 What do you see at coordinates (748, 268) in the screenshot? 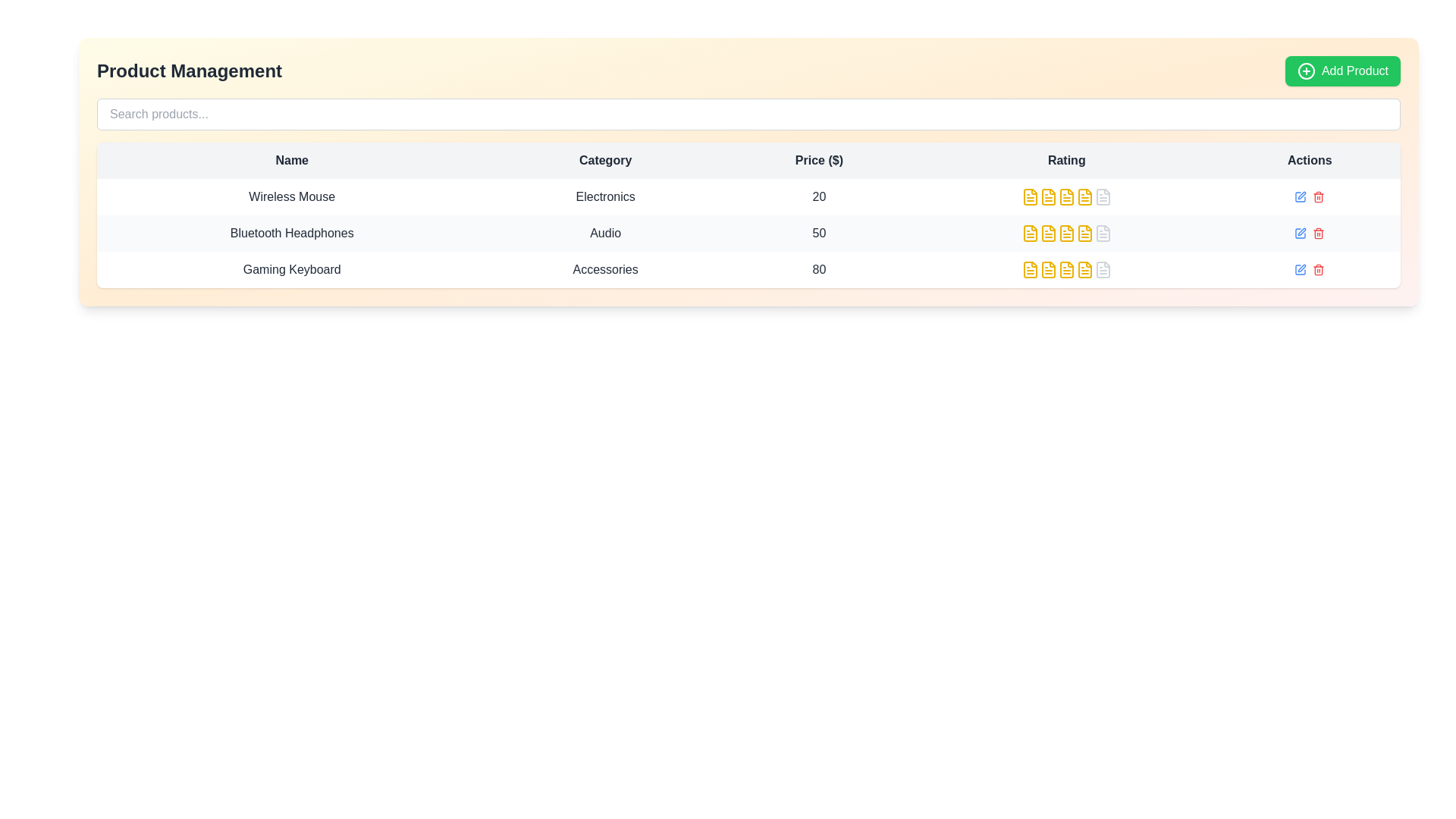
I see `content displayed in the third row of the product table, which includes details such as name, category, price, and rating` at bounding box center [748, 268].